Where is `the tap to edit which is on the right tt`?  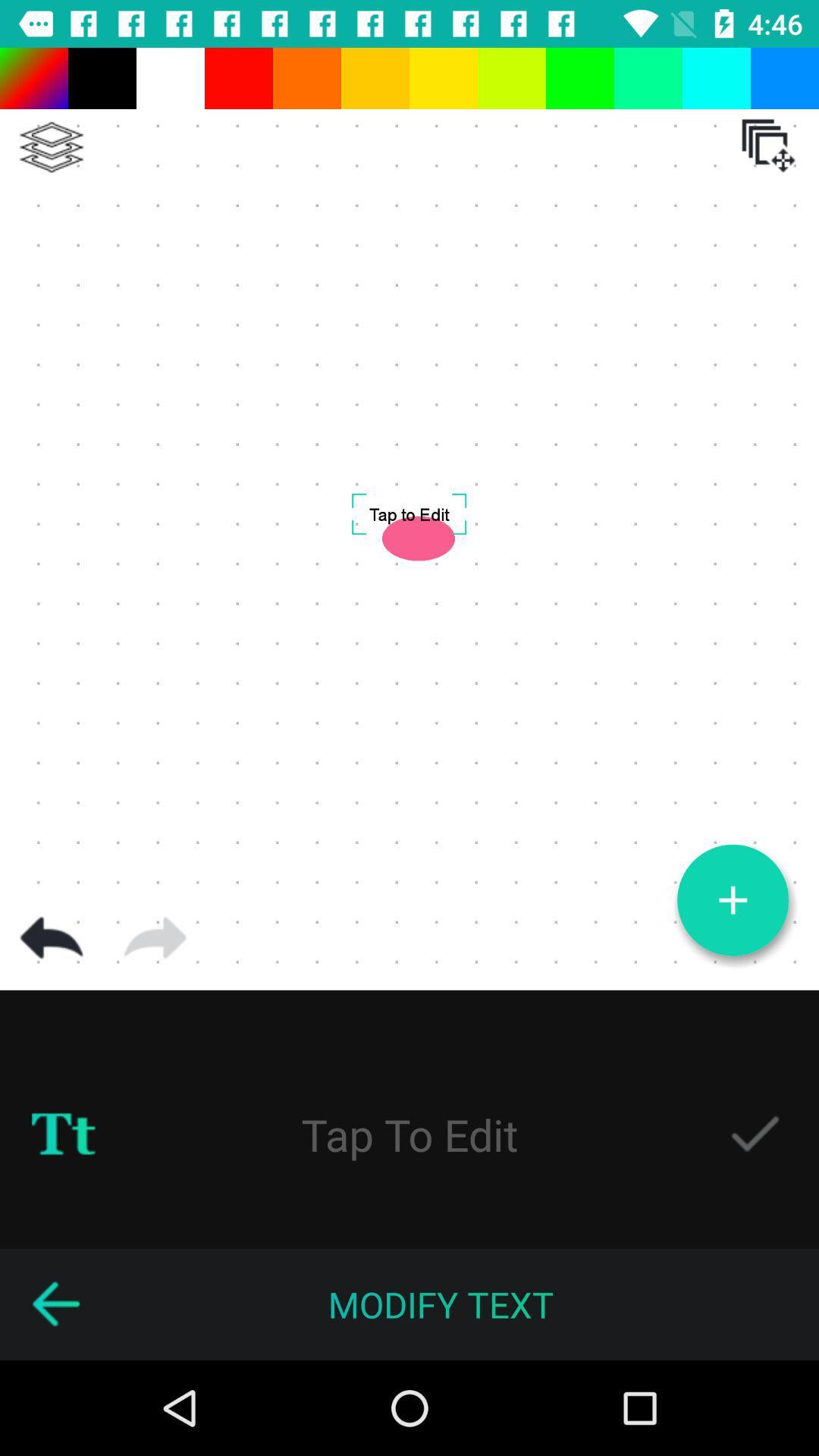 the tap to edit which is on the right tt is located at coordinates (409, 1134).